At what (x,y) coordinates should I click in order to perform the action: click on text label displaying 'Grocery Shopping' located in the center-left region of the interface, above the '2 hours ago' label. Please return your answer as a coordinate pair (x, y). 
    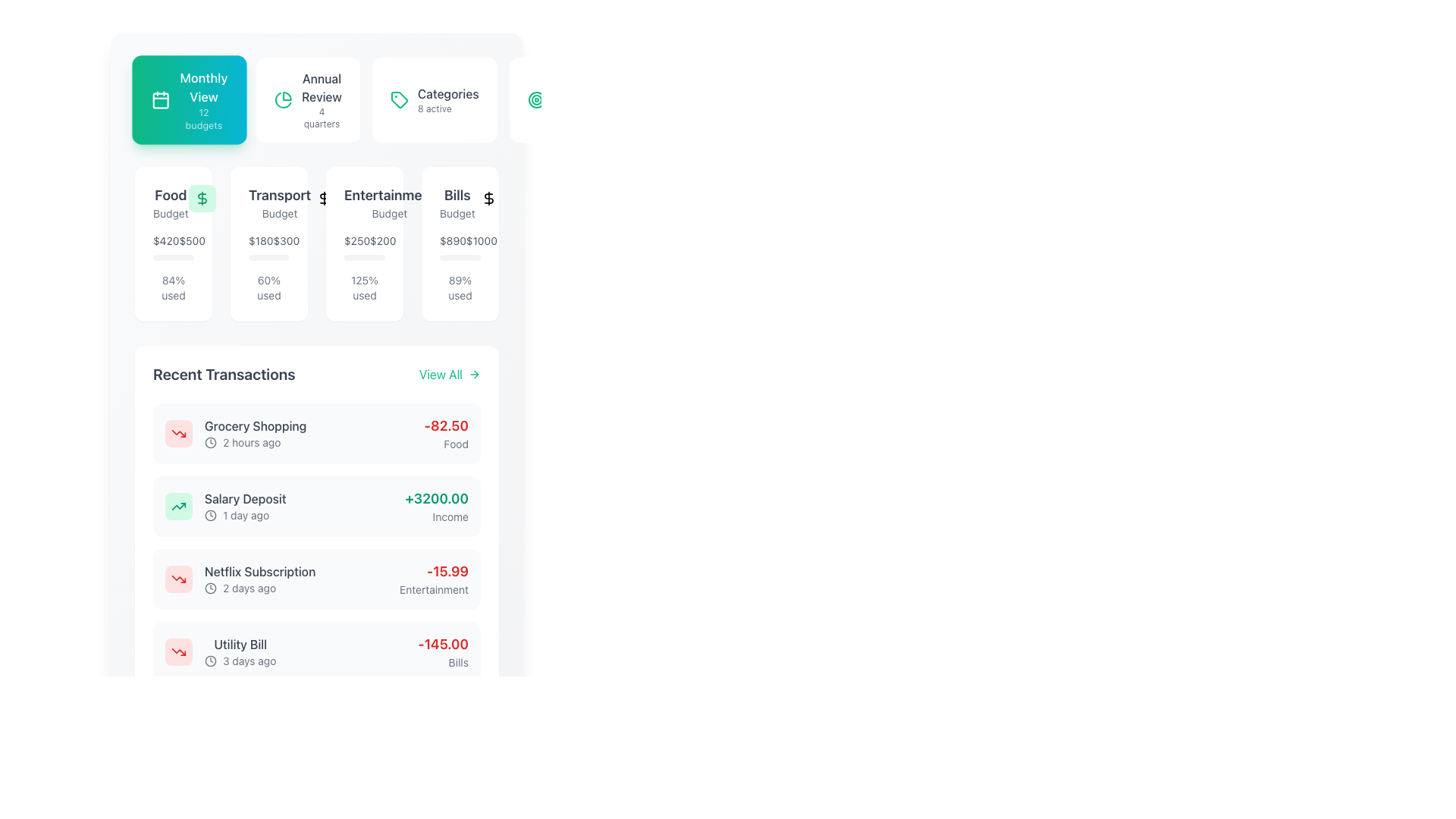
    Looking at the image, I should click on (256, 426).